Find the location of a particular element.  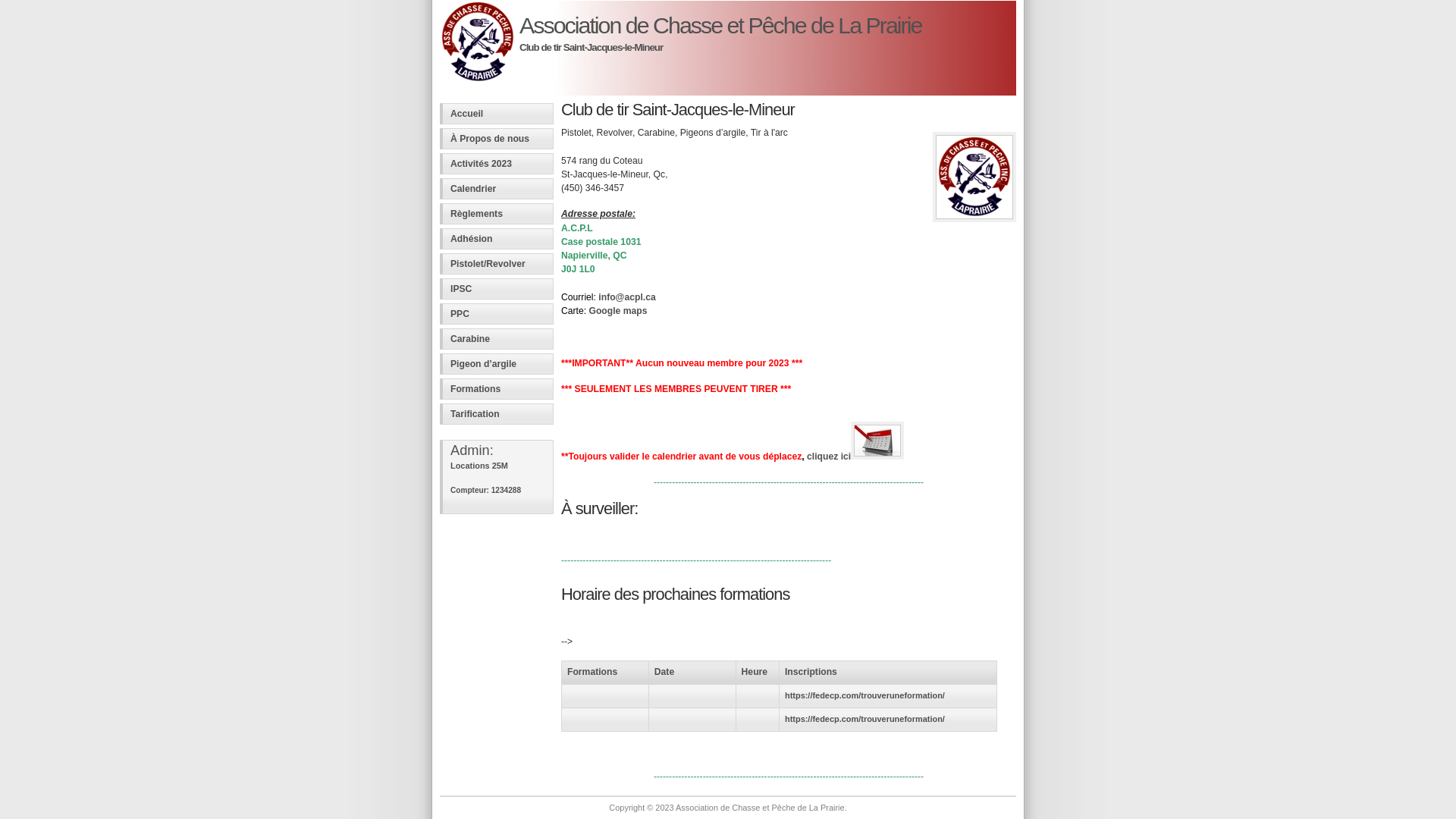

'cliquez ici' is located at coordinates (806, 455).